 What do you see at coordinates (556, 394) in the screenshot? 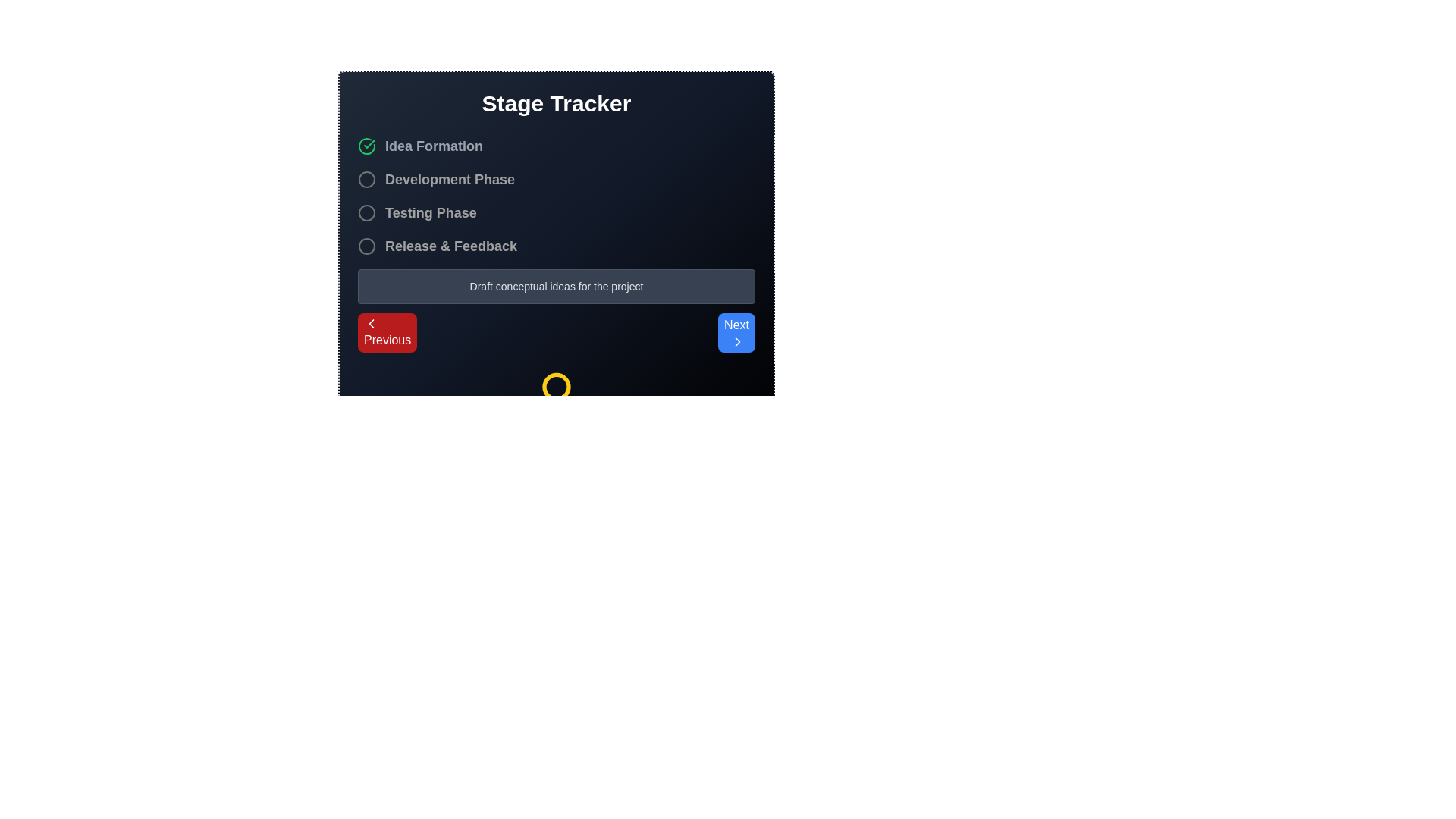
I see `the yellow circular icon resembling an award or badge, located centrally at the bottom of the interface beneath the 'Draft conceptual ideas for the project' text input area` at bounding box center [556, 394].